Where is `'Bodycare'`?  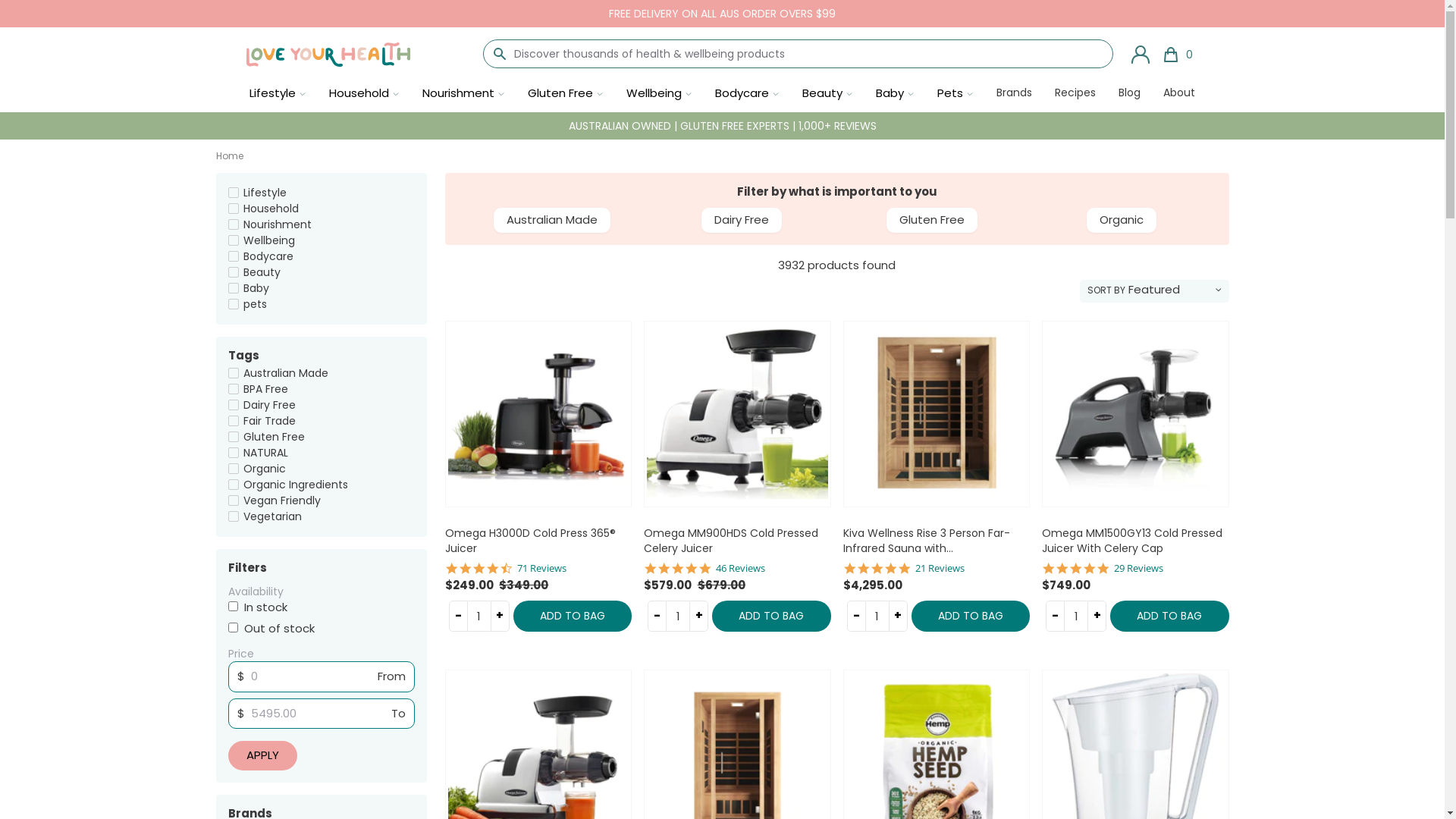
'Bodycare' is located at coordinates (711, 93).